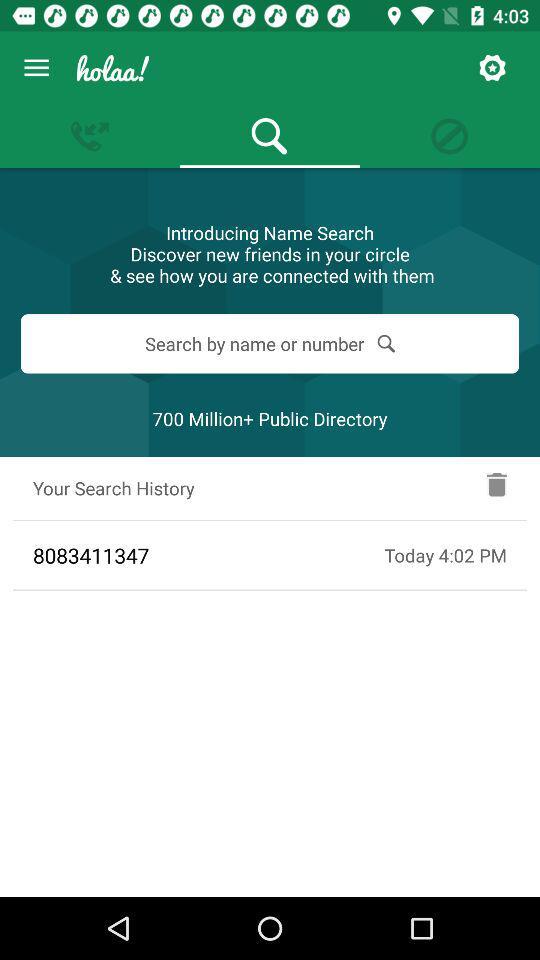  Describe the element at coordinates (496, 487) in the screenshot. I see `button to delete the search history` at that location.